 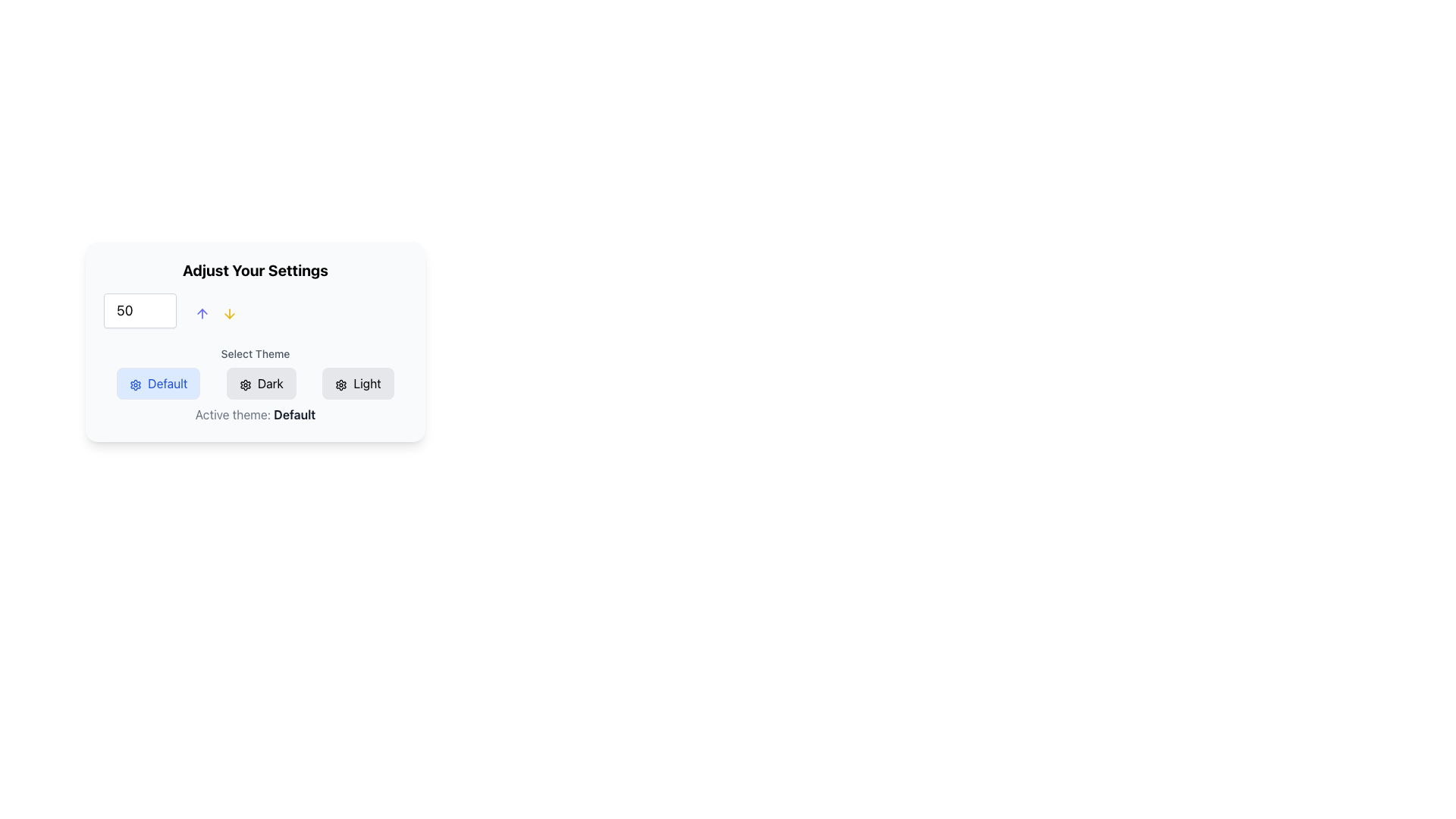 What do you see at coordinates (255, 382) in the screenshot?
I see `the middle button in the row of three theme options` at bounding box center [255, 382].